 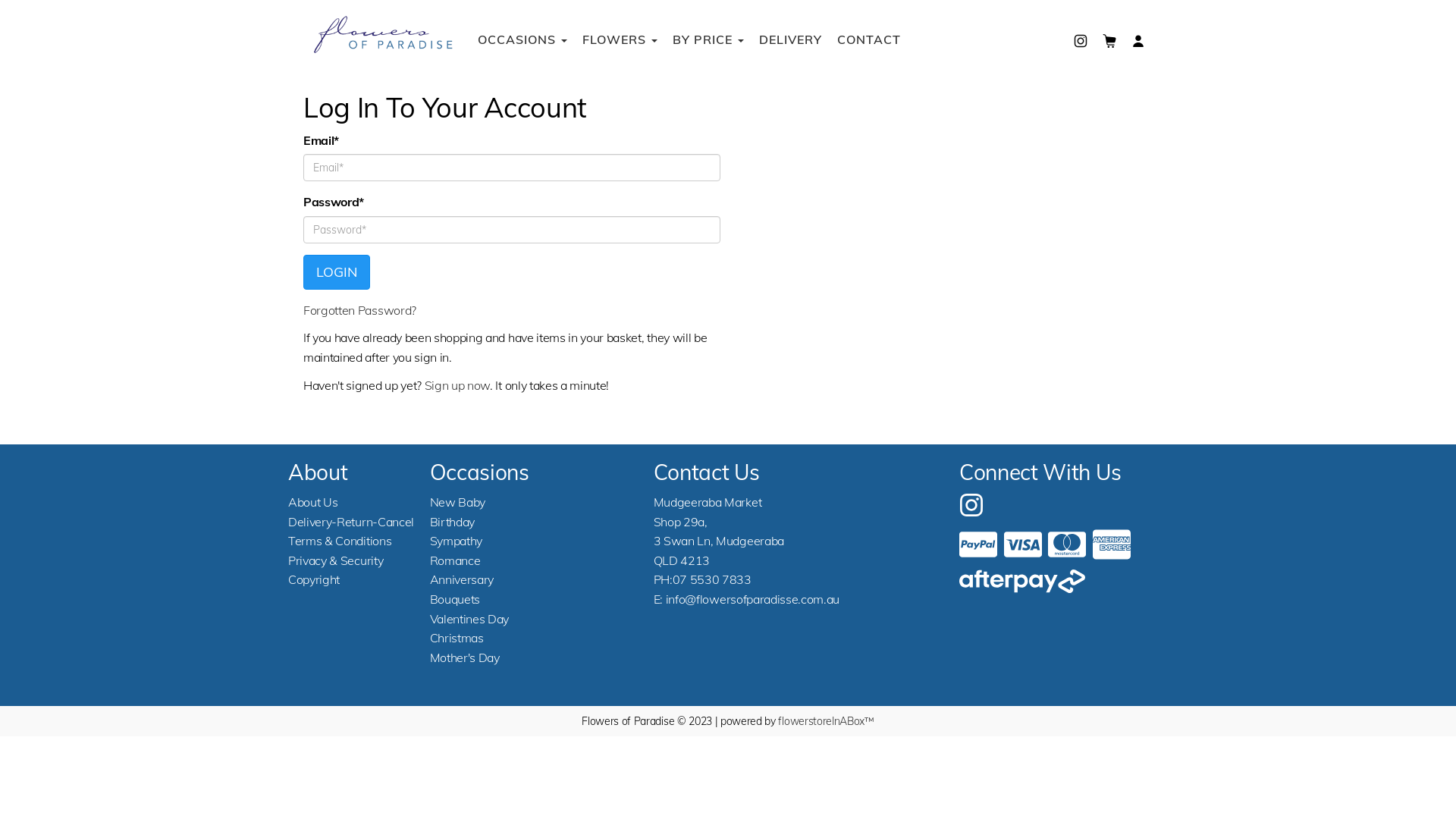 I want to click on 'BY PRICE', so click(x=708, y=38).